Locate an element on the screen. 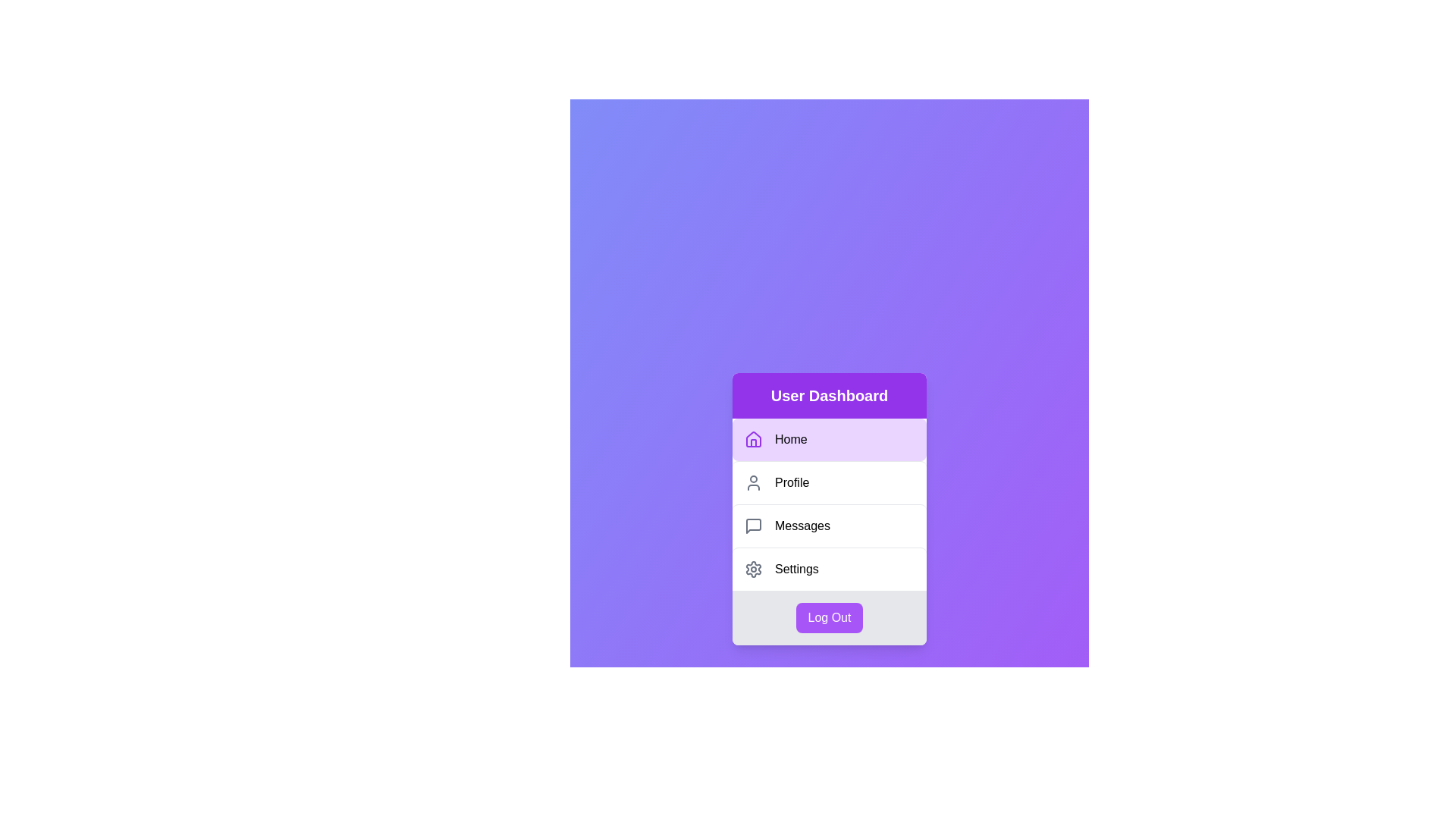 This screenshot has height=819, width=1456. the 'Log Out' button is located at coordinates (829, 617).